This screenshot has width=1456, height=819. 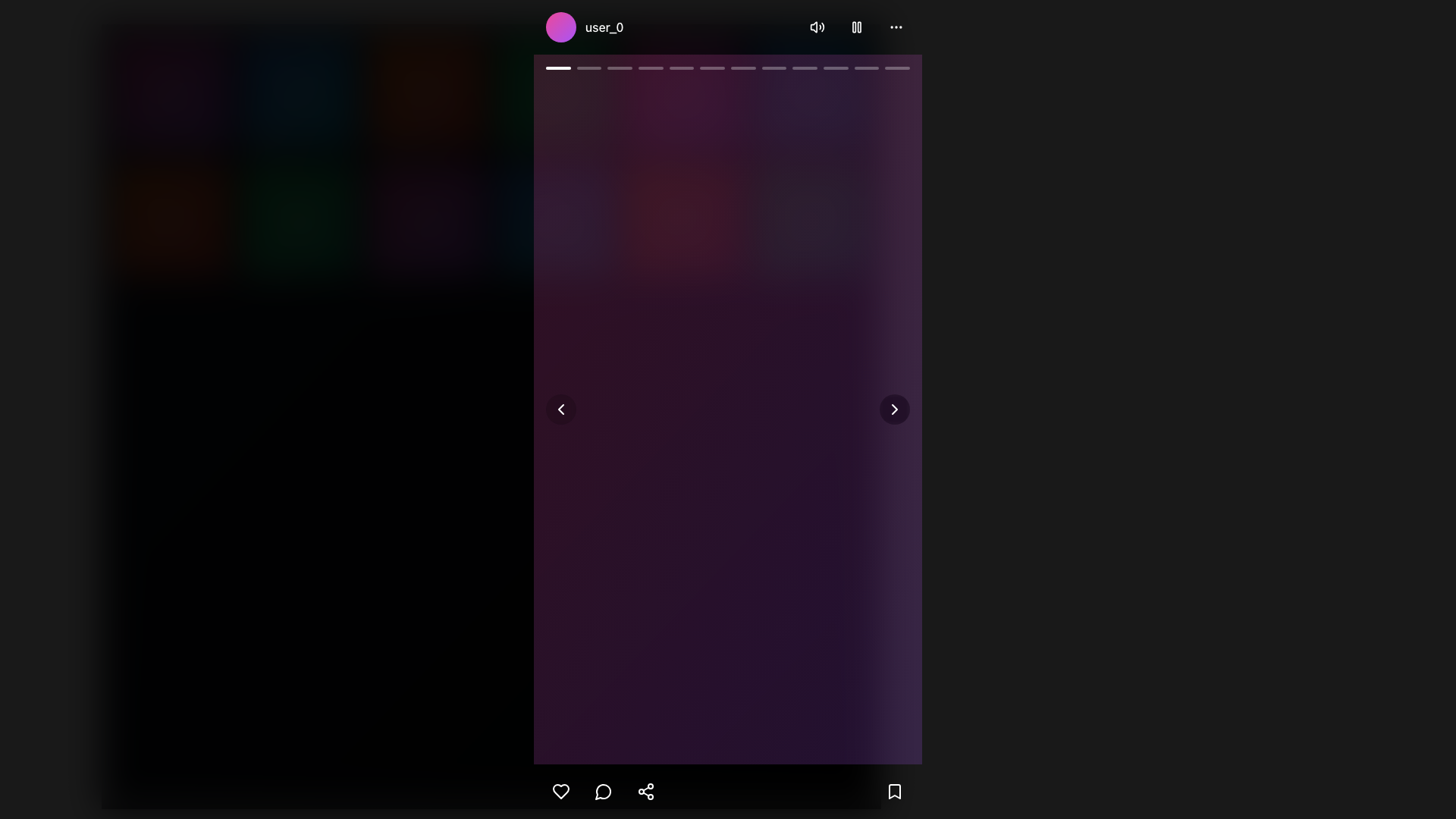 I want to click on the Vector-based share icon located at the center of the bottom navigation bar, so click(x=645, y=791).